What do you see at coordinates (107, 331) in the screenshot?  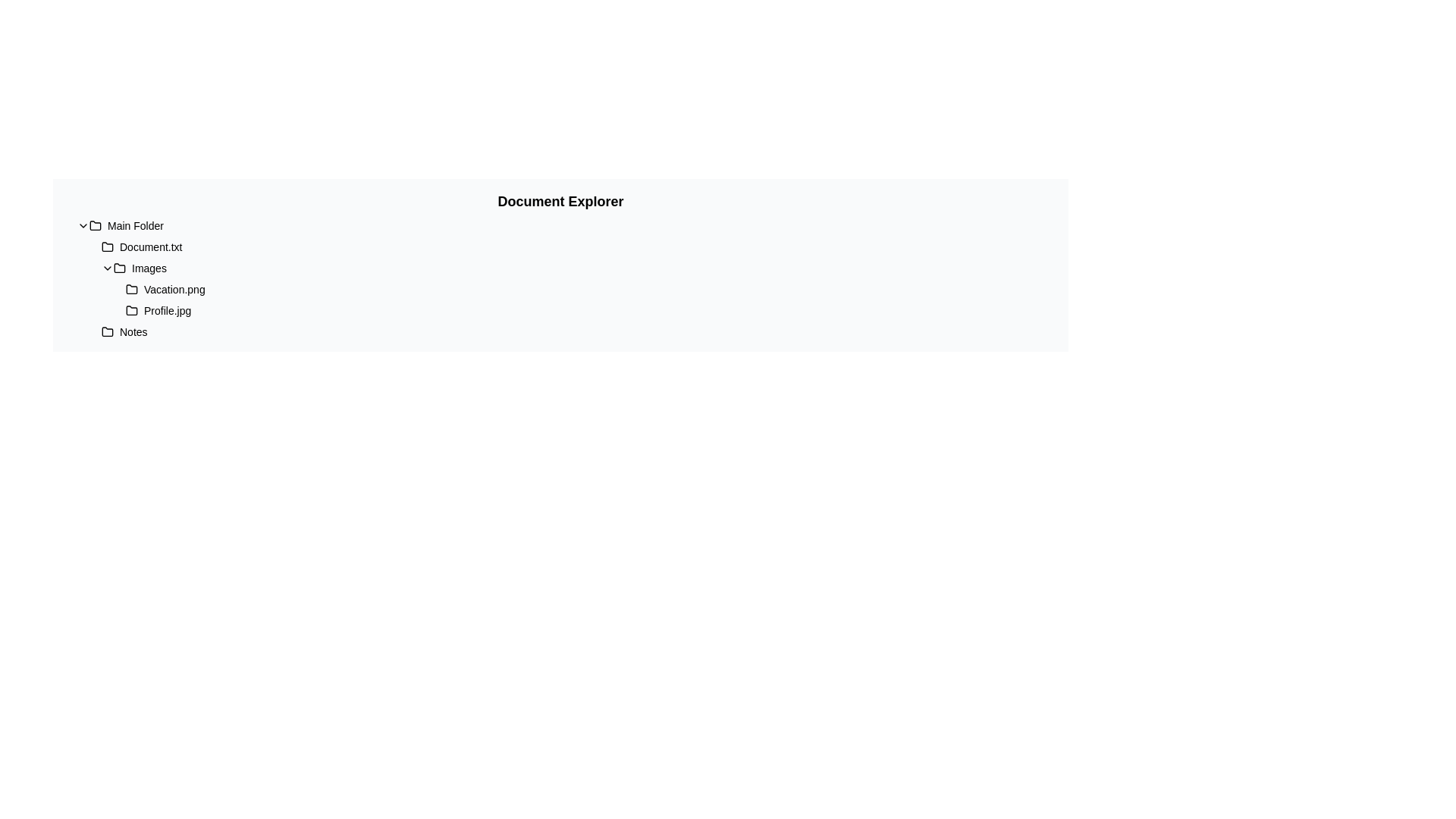 I see `the folder icon representing the 'Notes' section in the navigation menu, located to the left of the 'Notes' label` at bounding box center [107, 331].